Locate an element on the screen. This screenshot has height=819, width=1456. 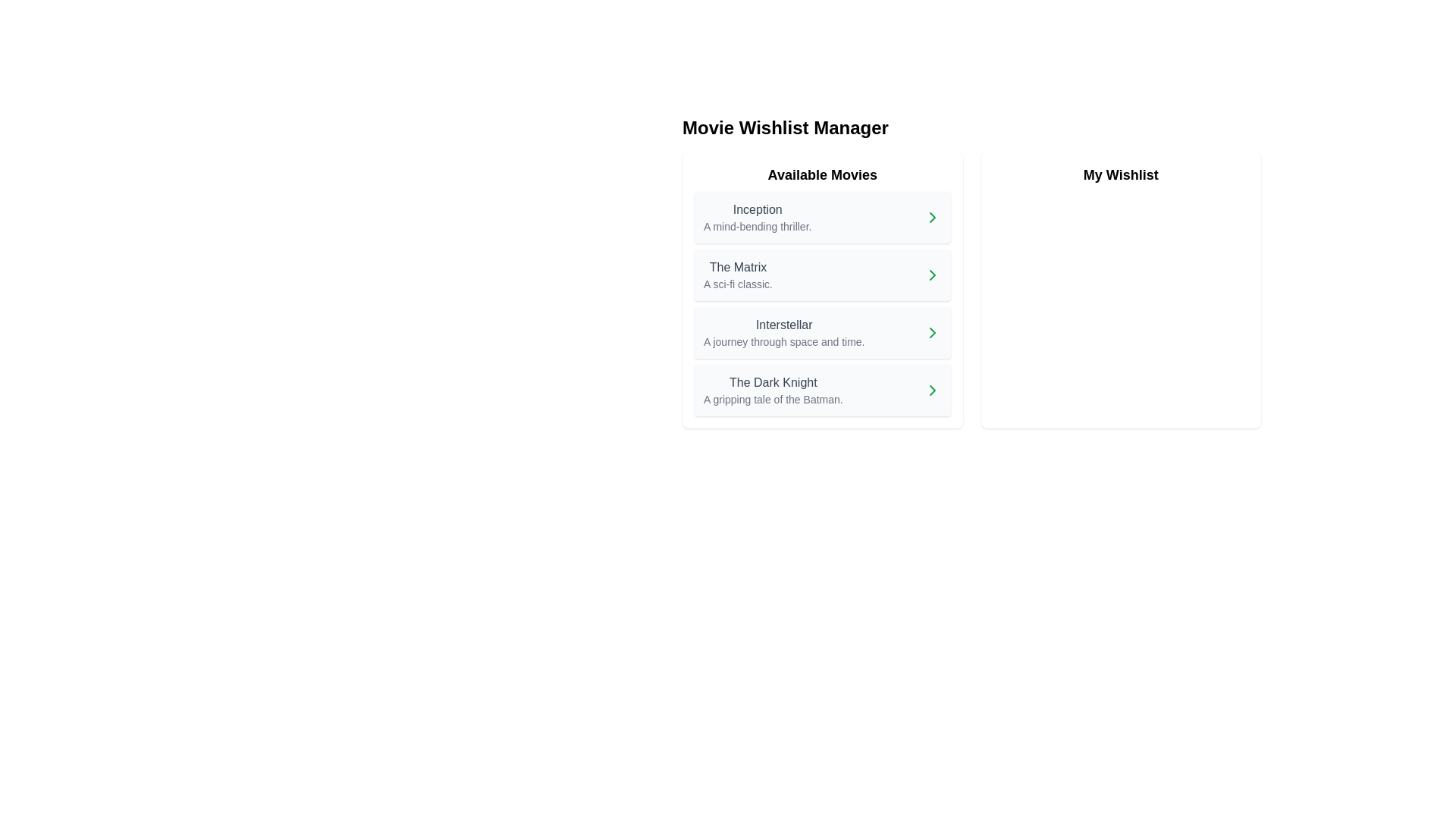
the text label that describes the movie 'Interstellar', which is positioned directly below the title 'Interstellar' in the 'Available Movies' list is located at coordinates (784, 342).